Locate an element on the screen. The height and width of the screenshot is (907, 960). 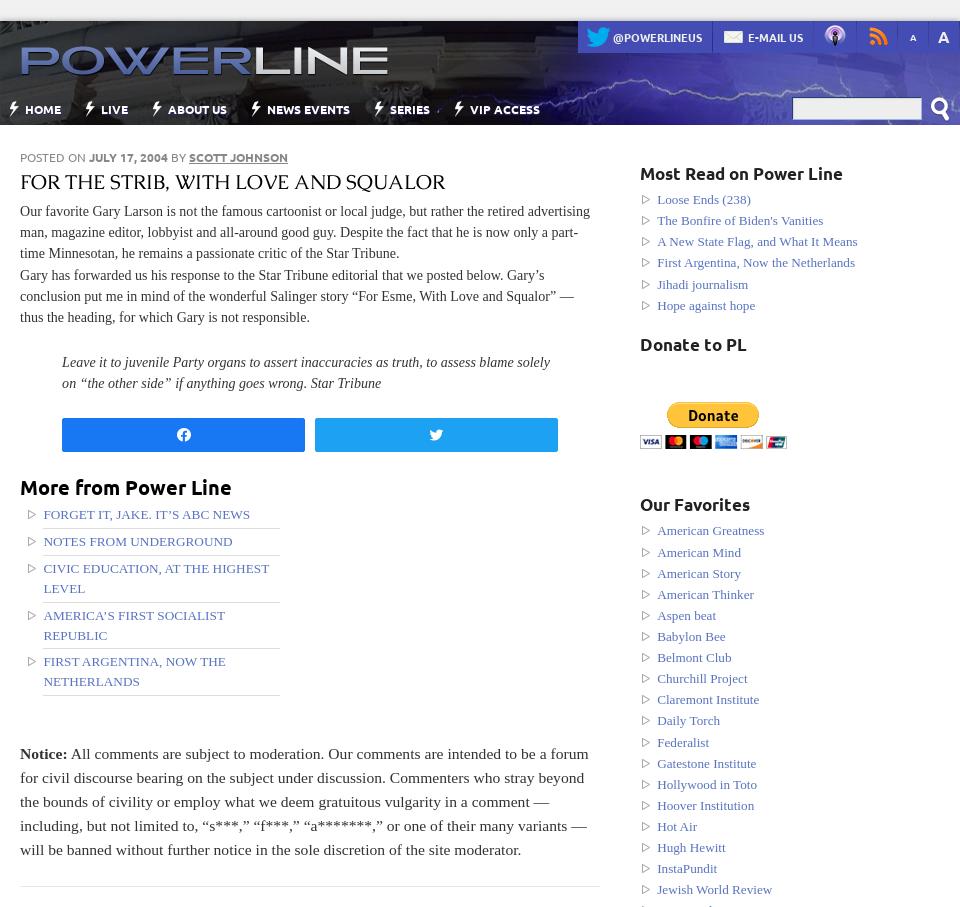
'Jihadi journalism' is located at coordinates (656, 282).